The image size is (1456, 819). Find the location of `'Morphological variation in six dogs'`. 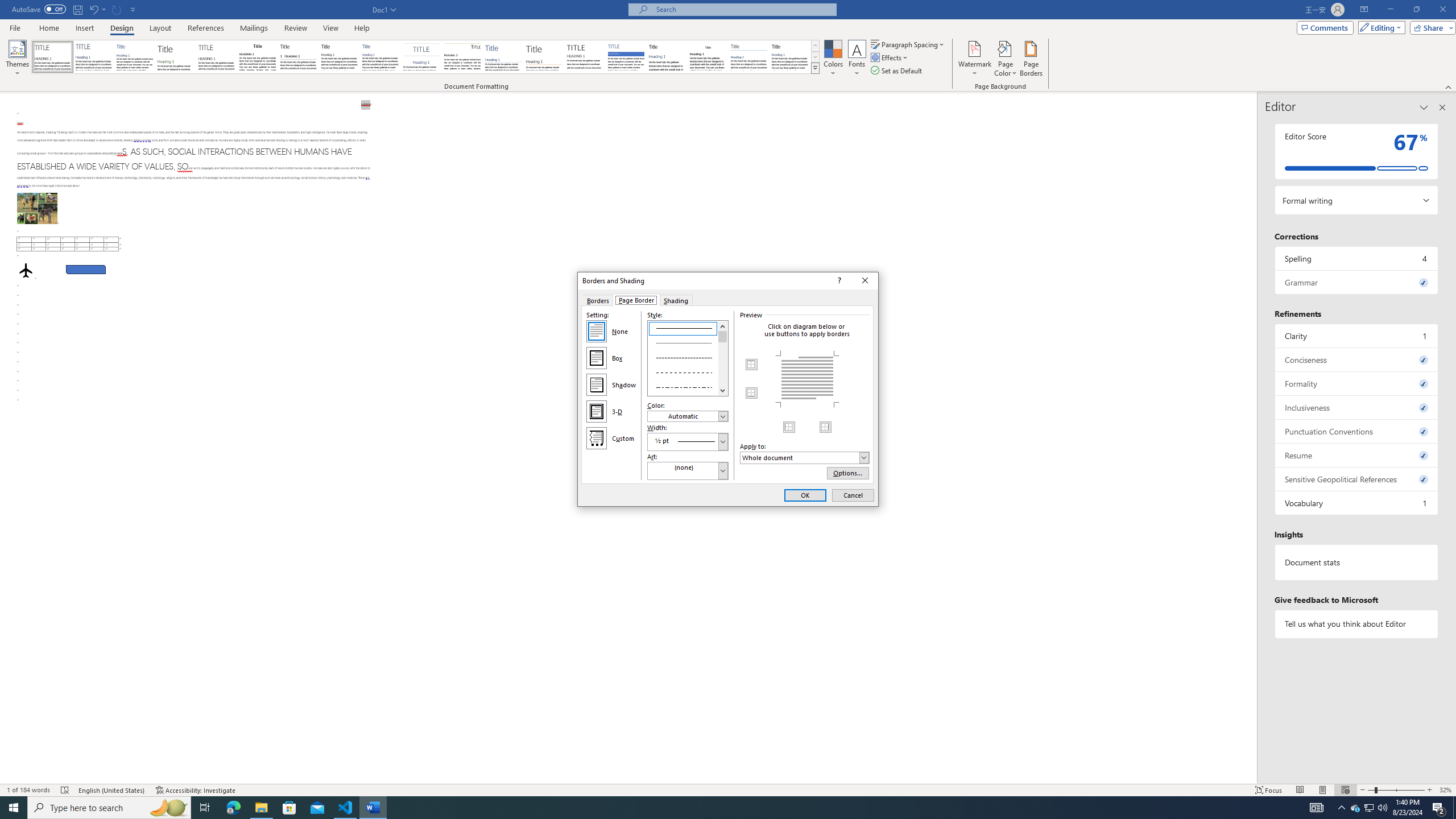

'Morphological variation in six dogs' is located at coordinates (37, 208).